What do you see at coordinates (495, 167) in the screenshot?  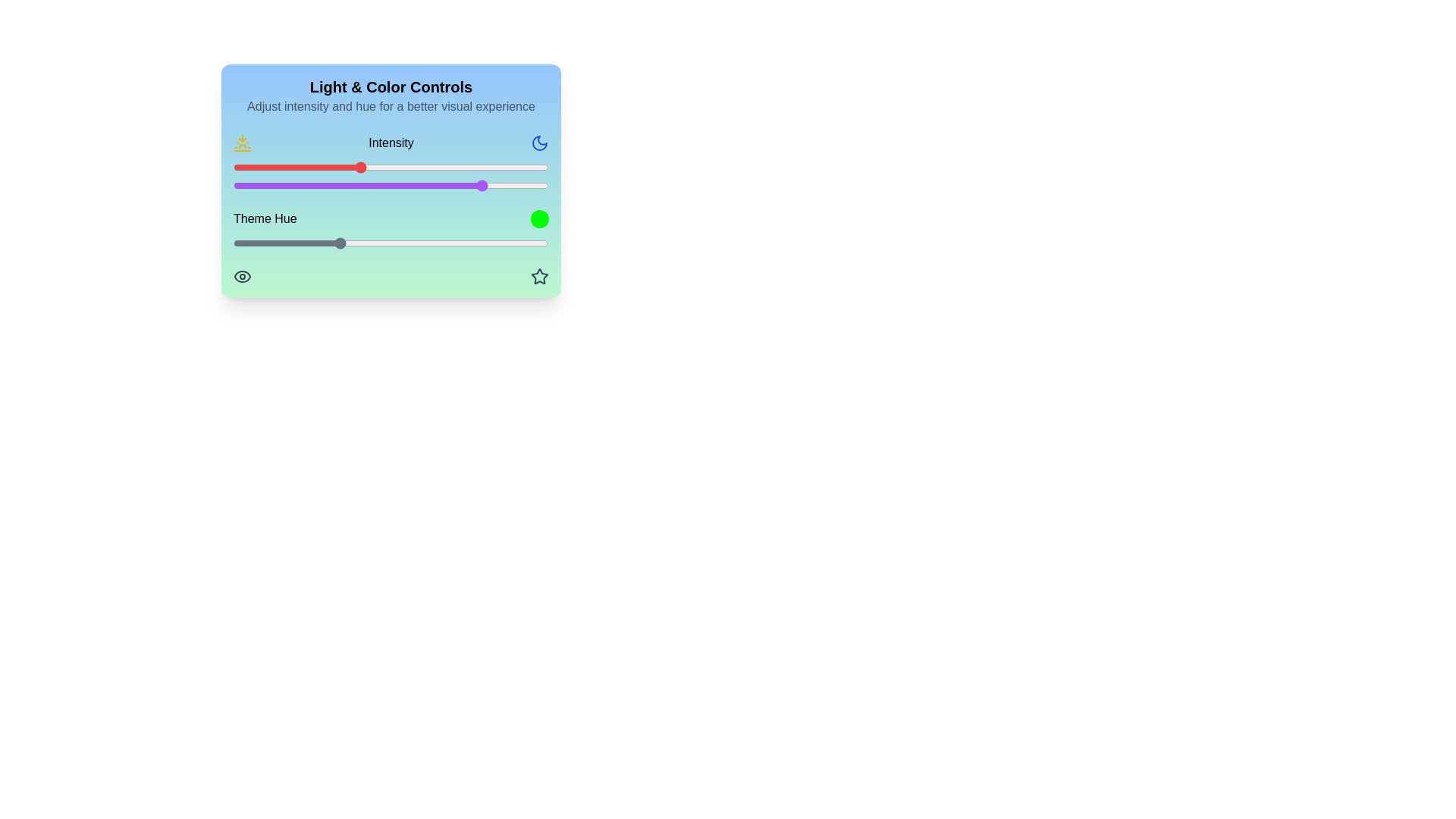 I see `intensity` at bounding box center [495, 167].